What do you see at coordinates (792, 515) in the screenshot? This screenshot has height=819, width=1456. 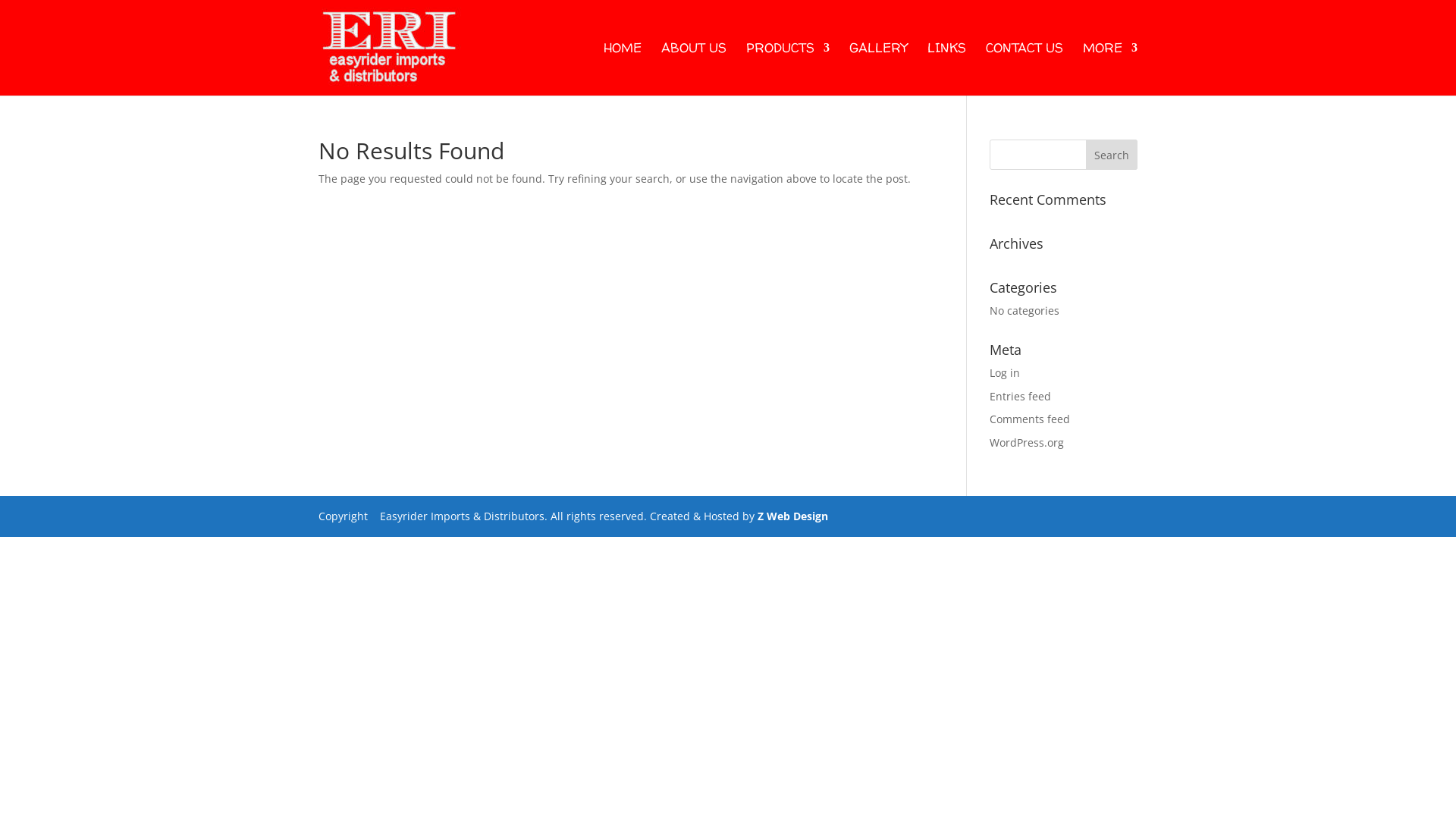 I see `'Z Web Design'` at bounding box center [792, 515].